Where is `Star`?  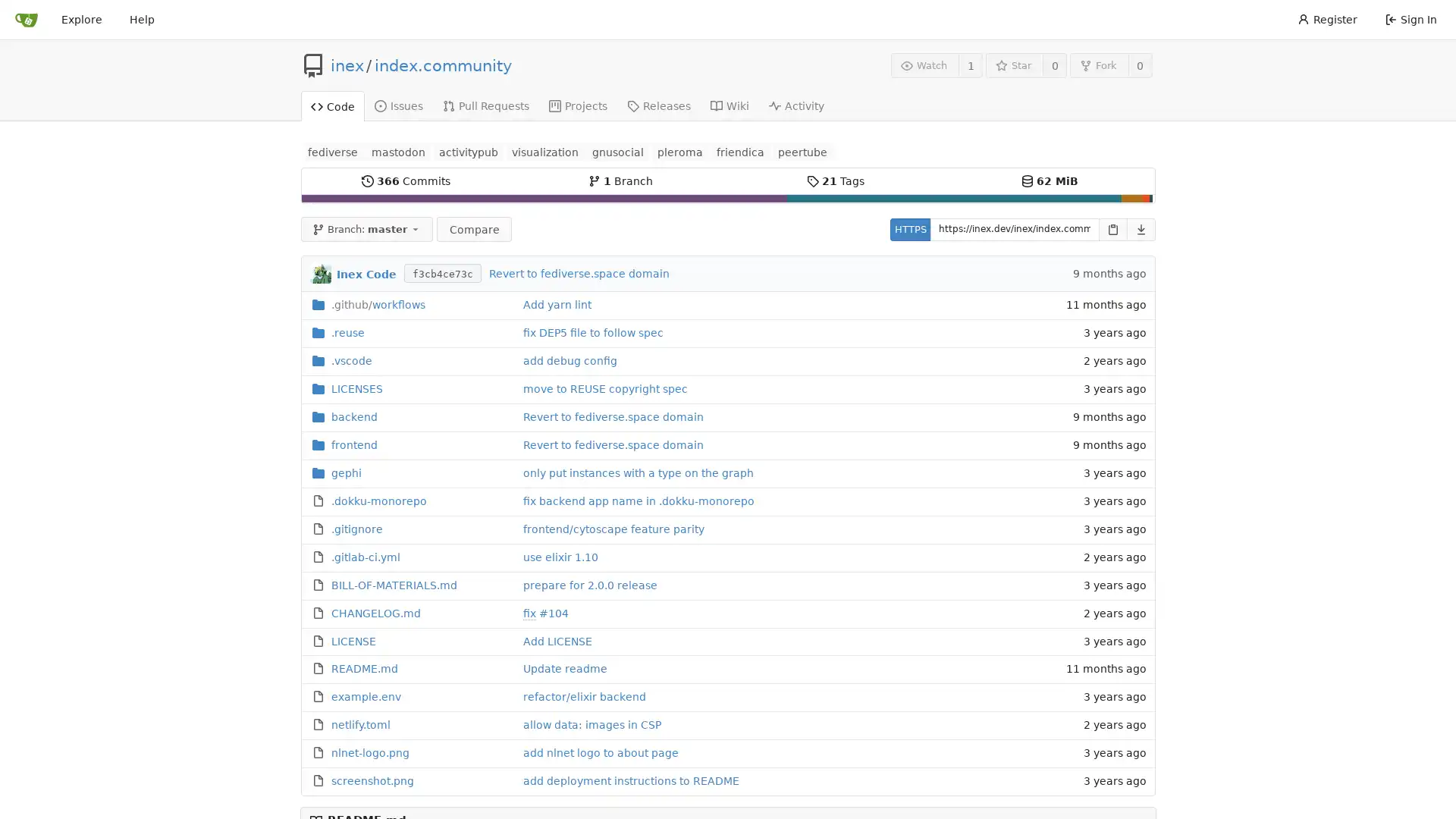 Star is located at coordinates (1014, 64).